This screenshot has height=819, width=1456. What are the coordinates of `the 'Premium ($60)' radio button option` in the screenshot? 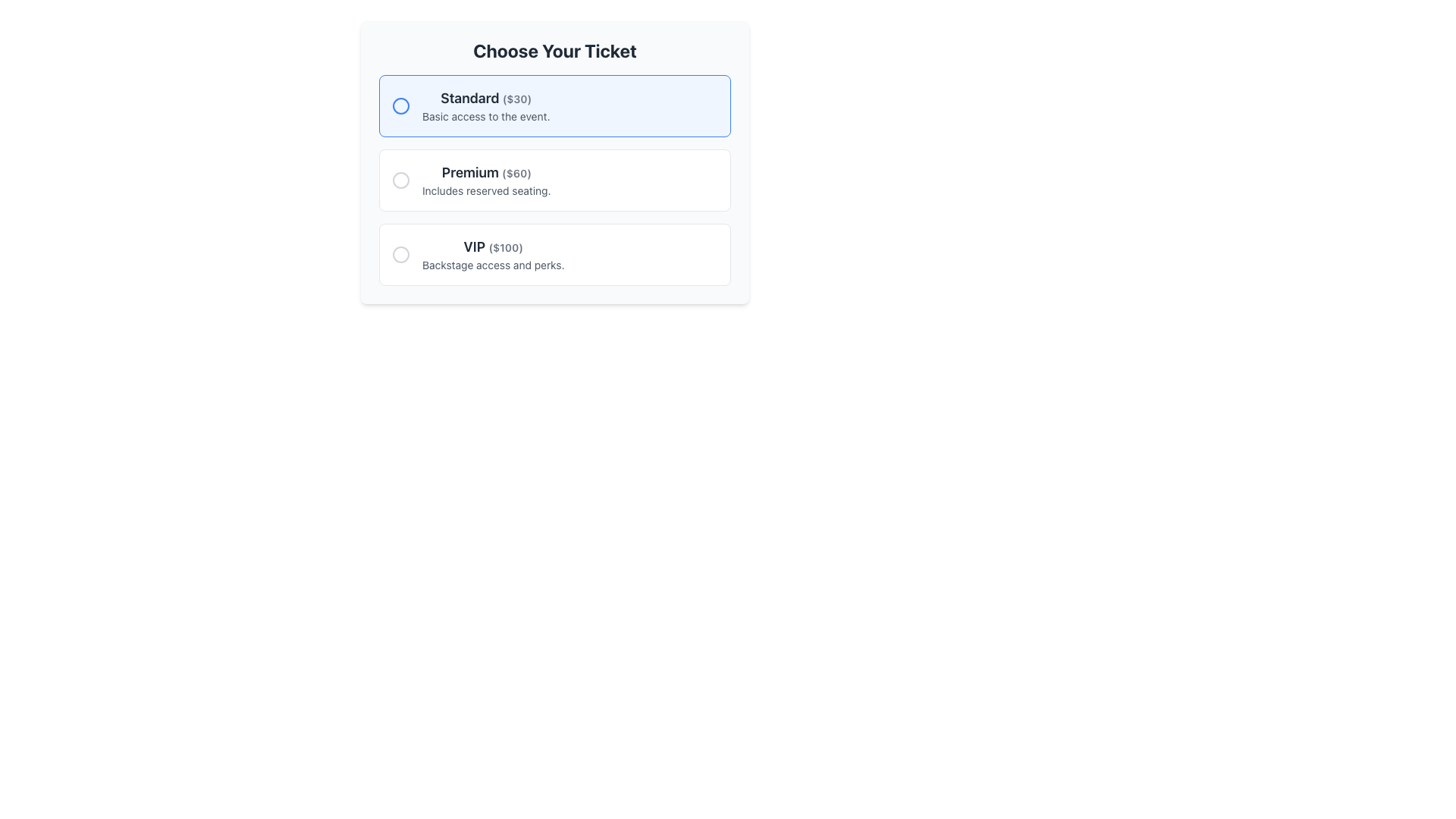 It's located at (554, 180).